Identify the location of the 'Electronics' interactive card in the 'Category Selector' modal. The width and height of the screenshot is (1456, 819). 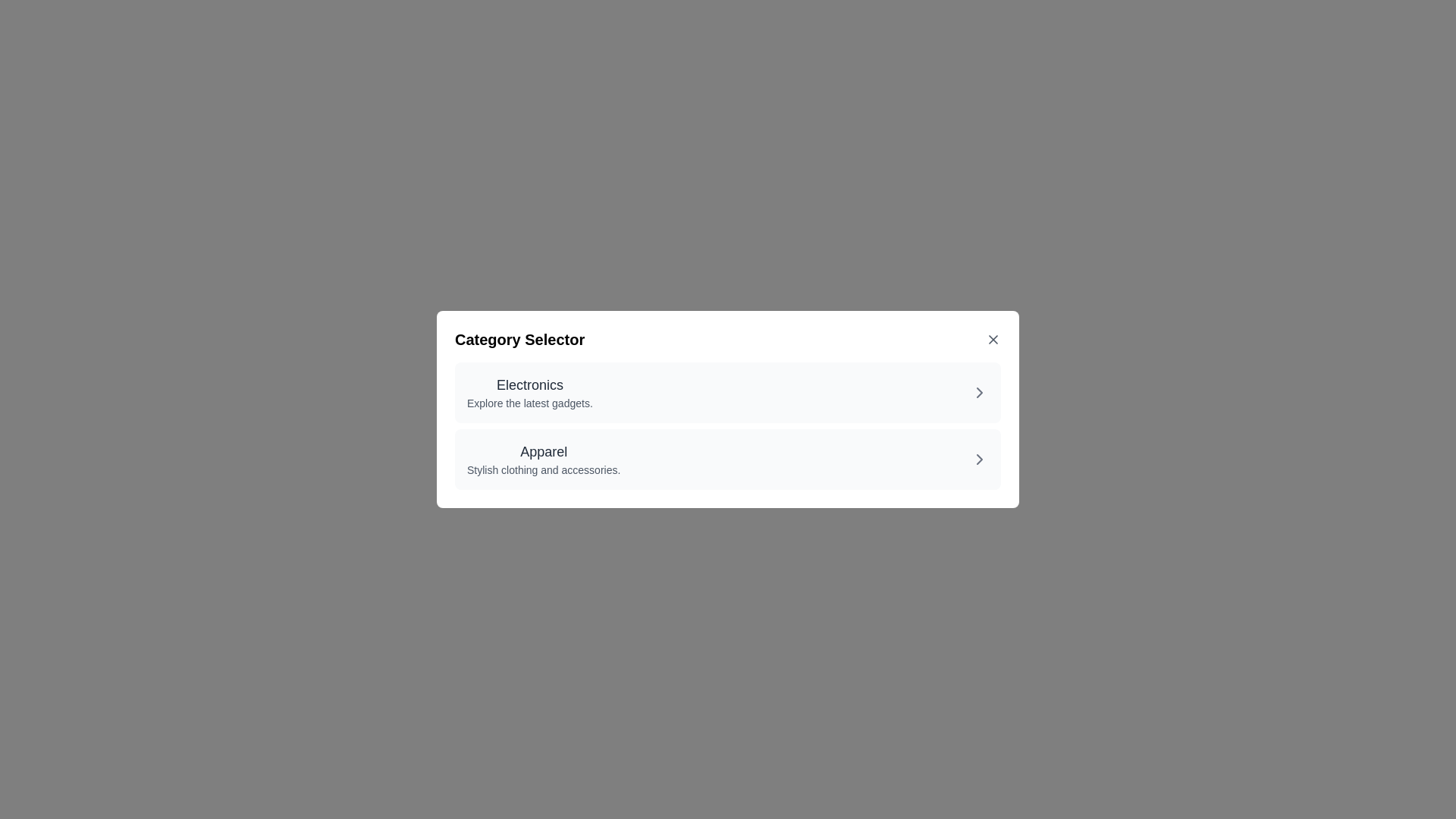
(728, 391).